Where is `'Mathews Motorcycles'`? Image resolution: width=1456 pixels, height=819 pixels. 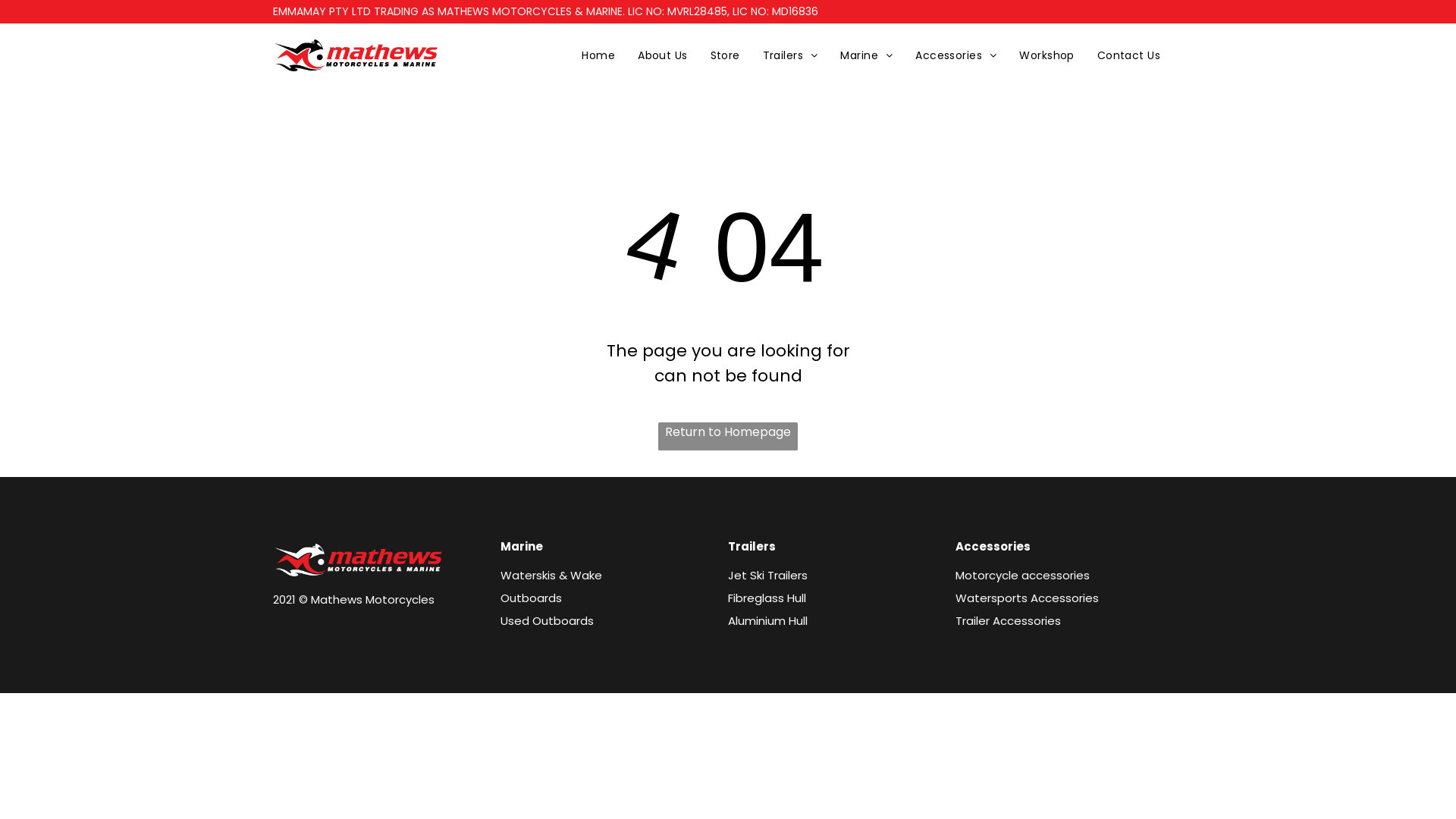
'Mathews Motorcycles' is located at coordinates (356, 55).